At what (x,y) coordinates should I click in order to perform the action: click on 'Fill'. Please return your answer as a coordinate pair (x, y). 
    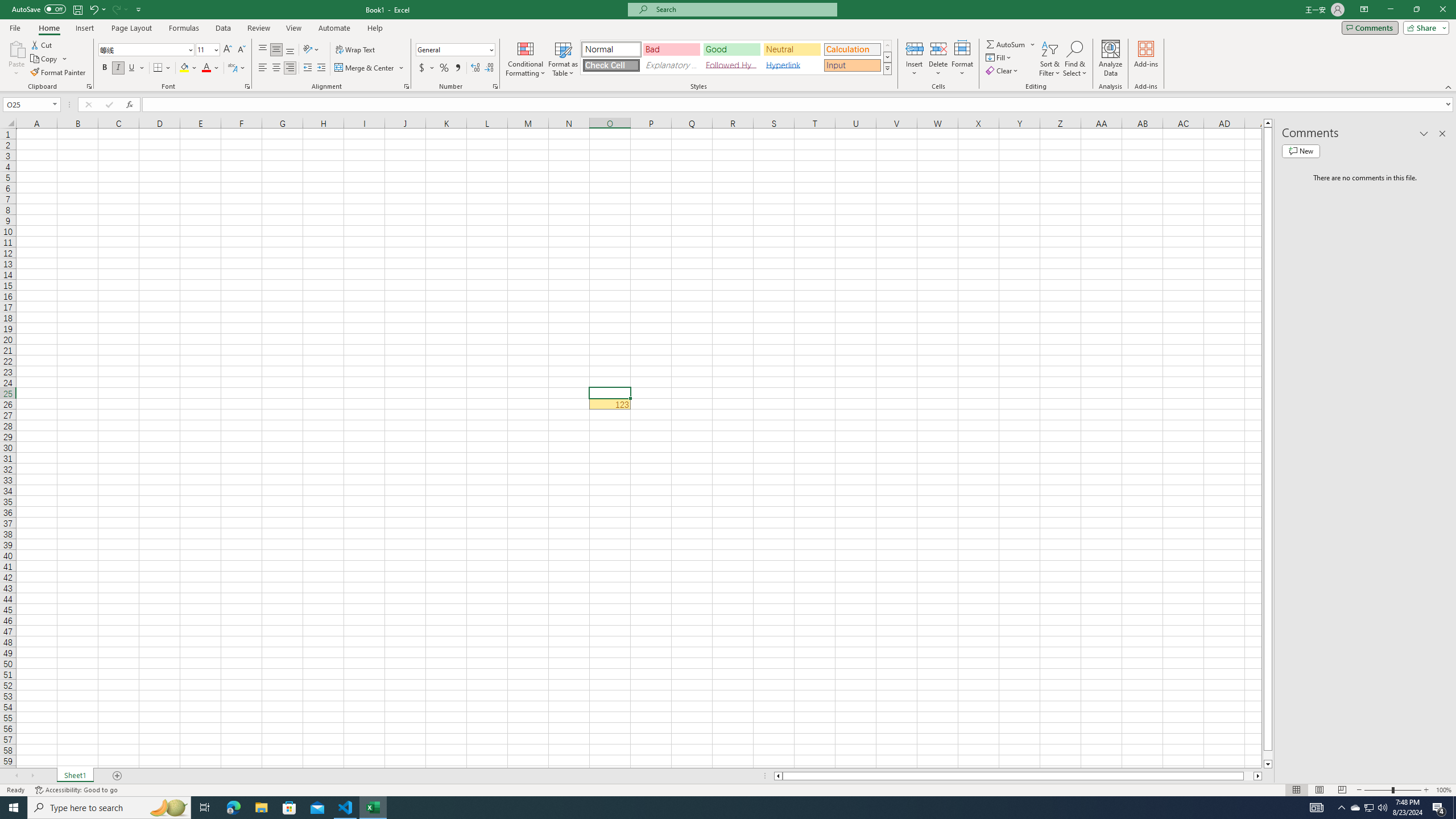
    Looking at the image, I should click on (999, 56).